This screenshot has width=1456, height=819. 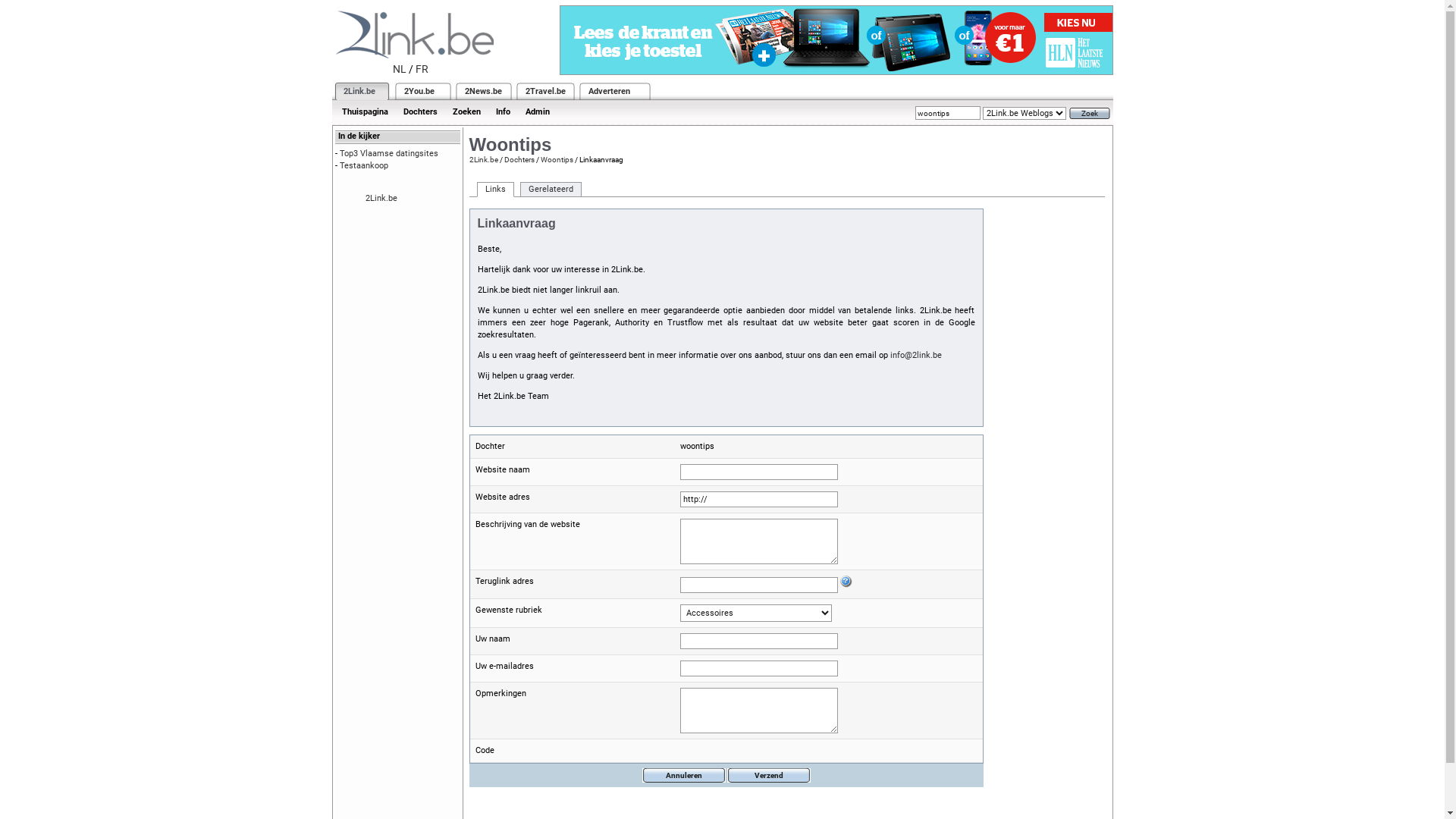 What do you see at coordinates (400, 69) in the screenshot?
I see `'NL'` at bounding box center [400, 69].